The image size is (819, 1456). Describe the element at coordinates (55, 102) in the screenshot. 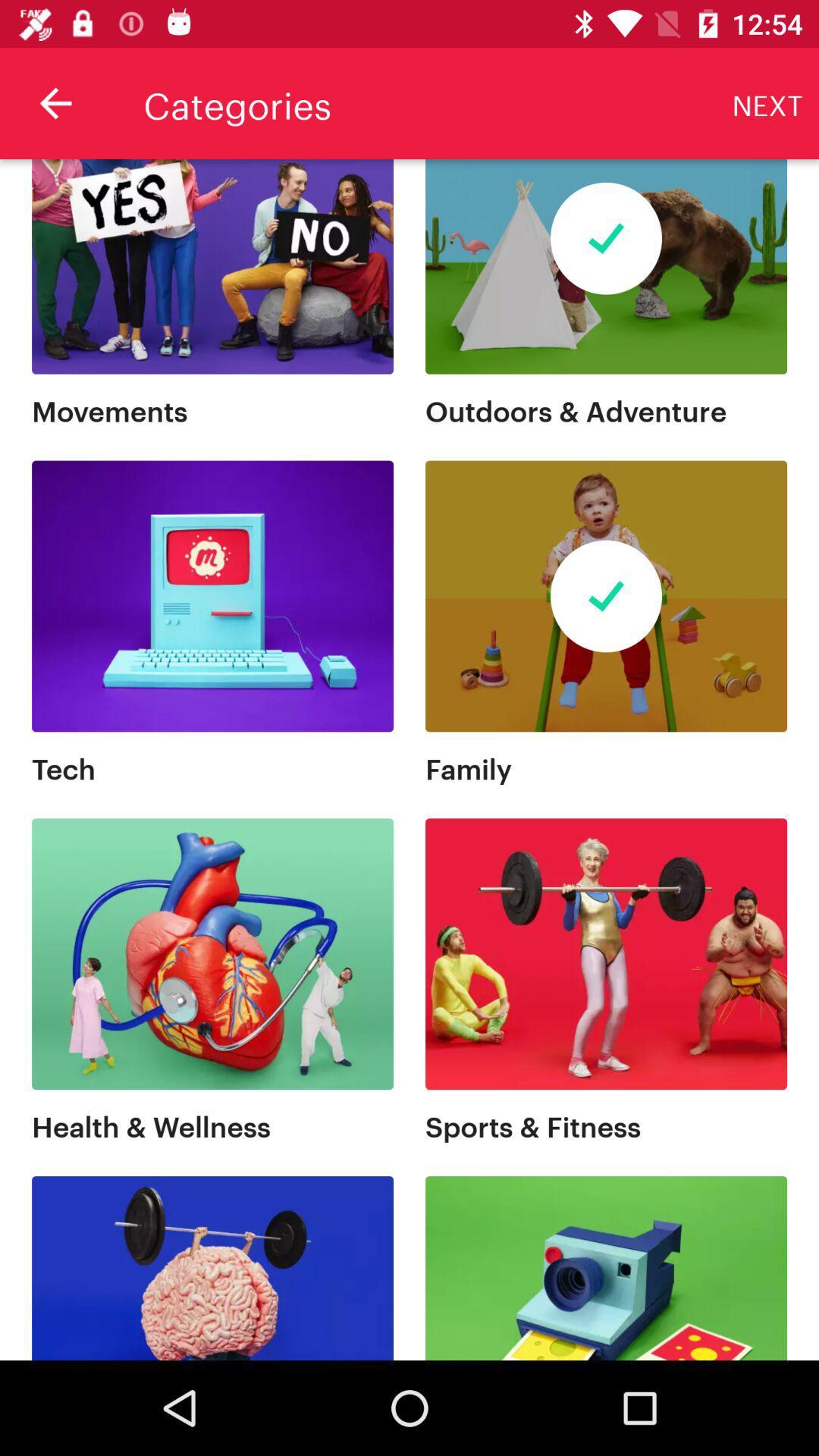

I see `the item next to categories` at that location.